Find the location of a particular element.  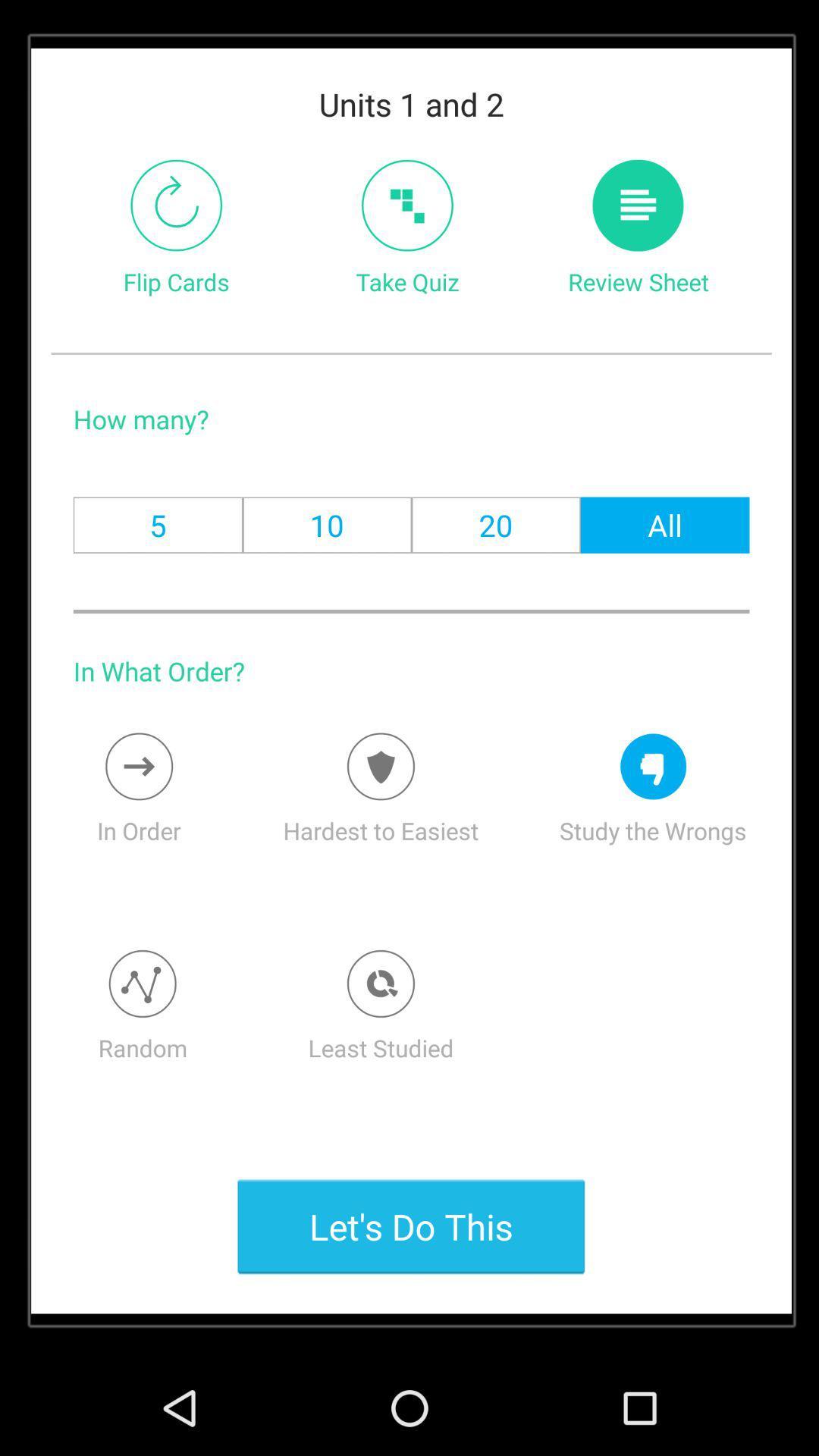

the item to the left of the hardest to easiest is located at coordinates (139, 767).